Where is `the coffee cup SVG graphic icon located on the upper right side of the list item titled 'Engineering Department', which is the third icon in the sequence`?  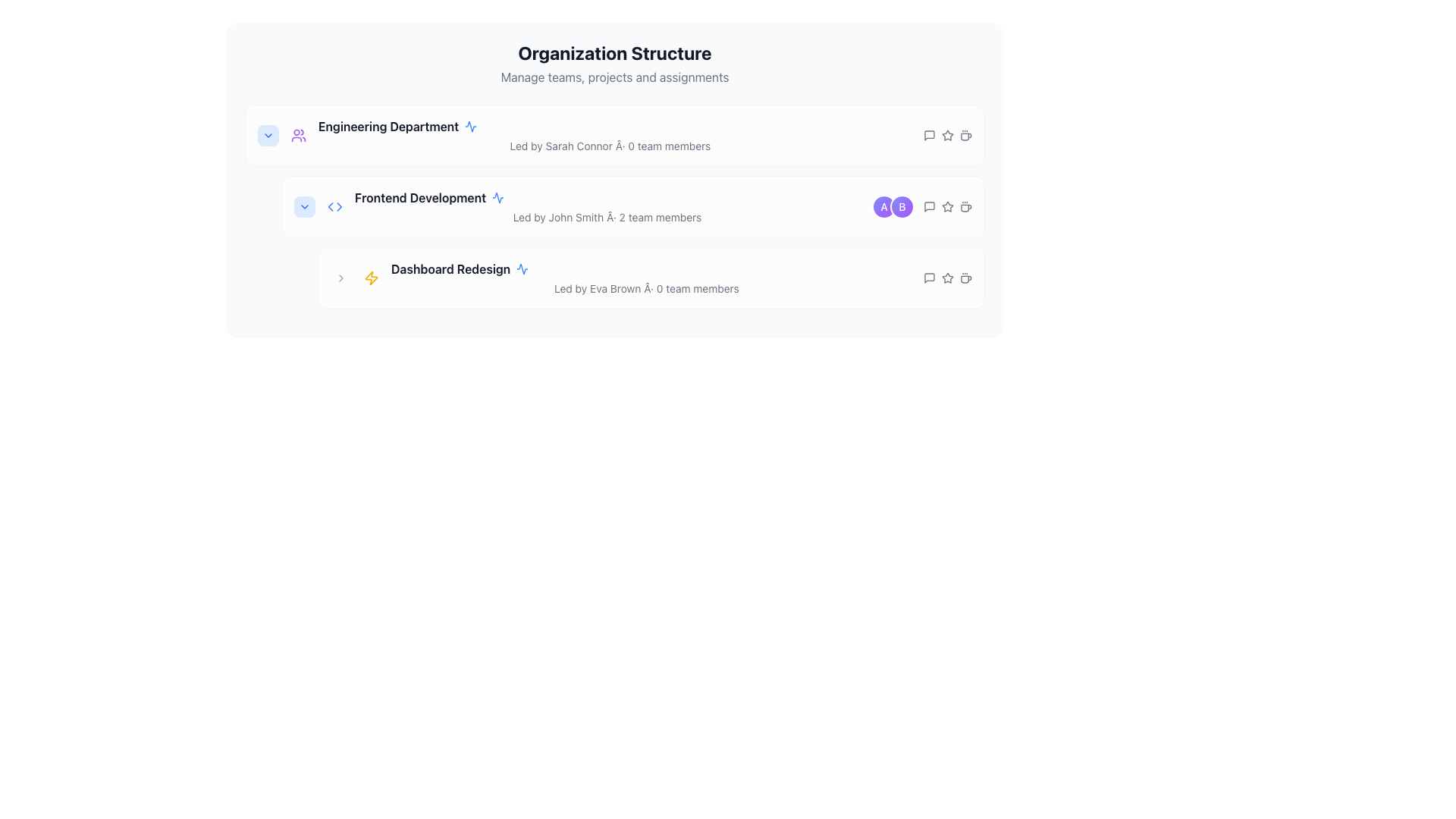 the coffee cup SVG graphic icon located on the upper right side of the list item titled 'Engineering Department', which is the third icon in the sequence is located at coordinates (965, 136).